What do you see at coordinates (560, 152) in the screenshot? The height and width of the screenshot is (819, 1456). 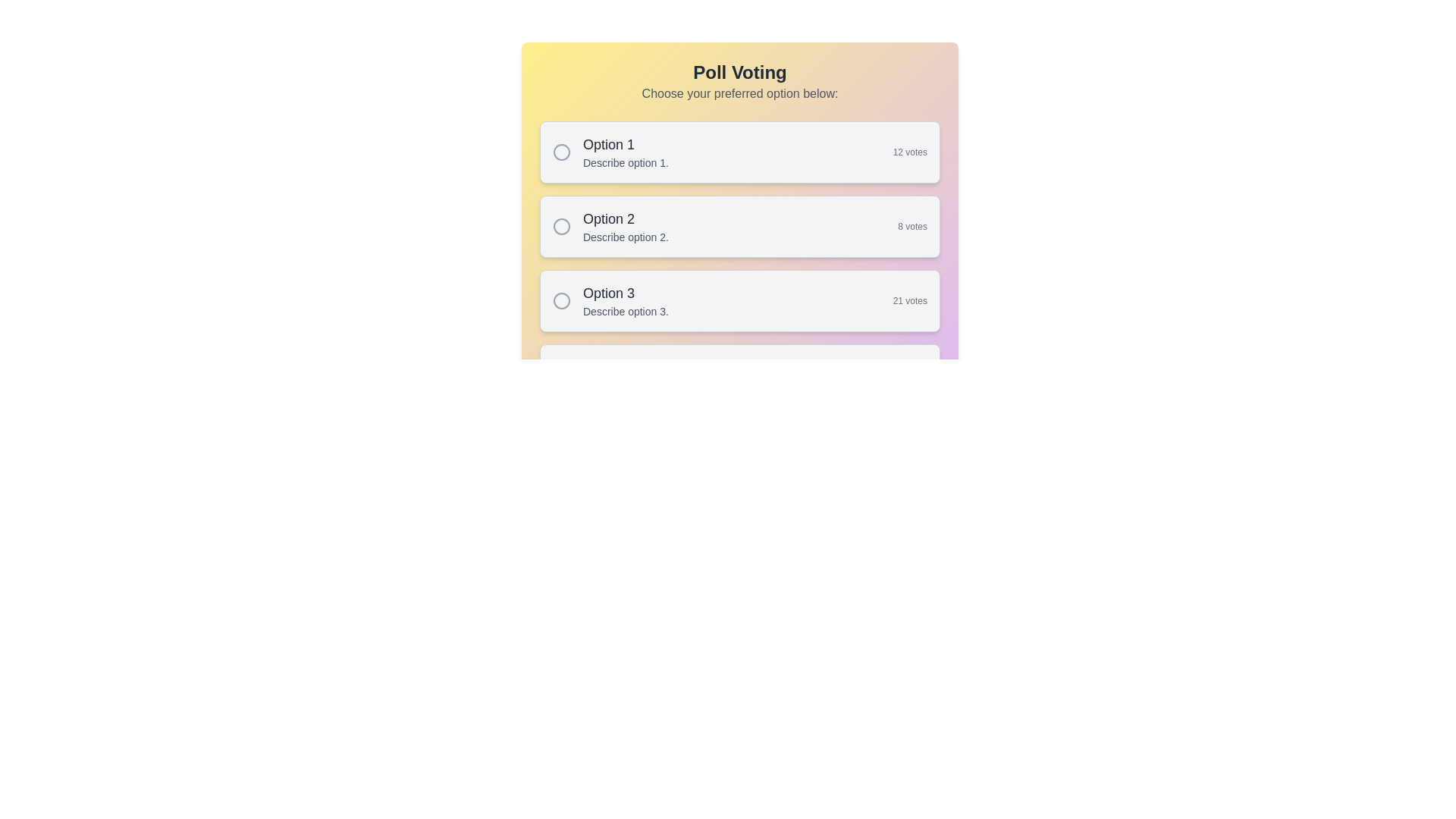 I see `the circular icon to the immediate left of the text 'Option 1' in the voting interface` at bounding box center [560, 152].